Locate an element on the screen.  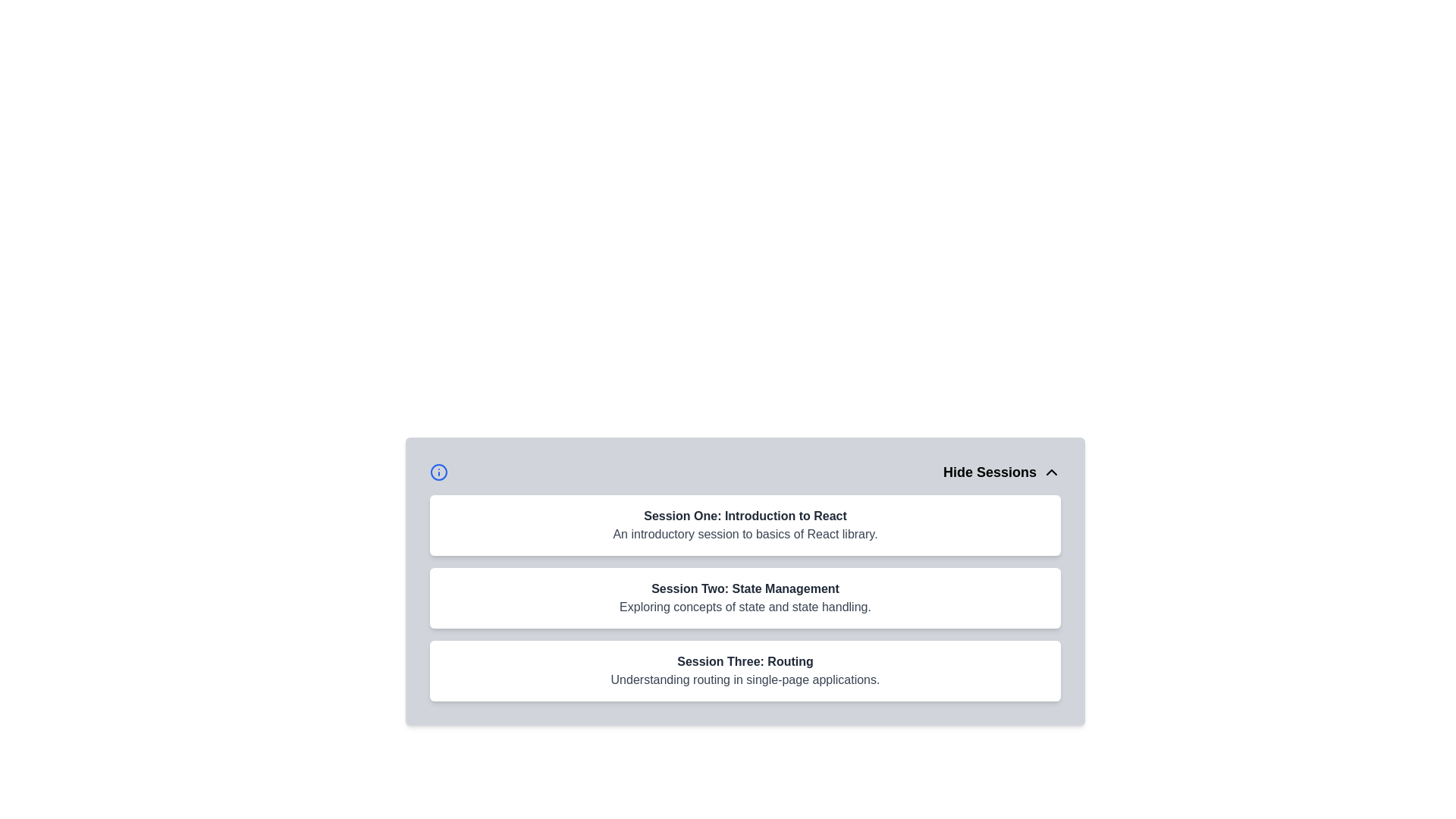
the static text element styled as a header, which provides a title for the card it resides in, located at the top of the card towards the bottom of a vertically-aligned list is located at coordinates (745, 661).